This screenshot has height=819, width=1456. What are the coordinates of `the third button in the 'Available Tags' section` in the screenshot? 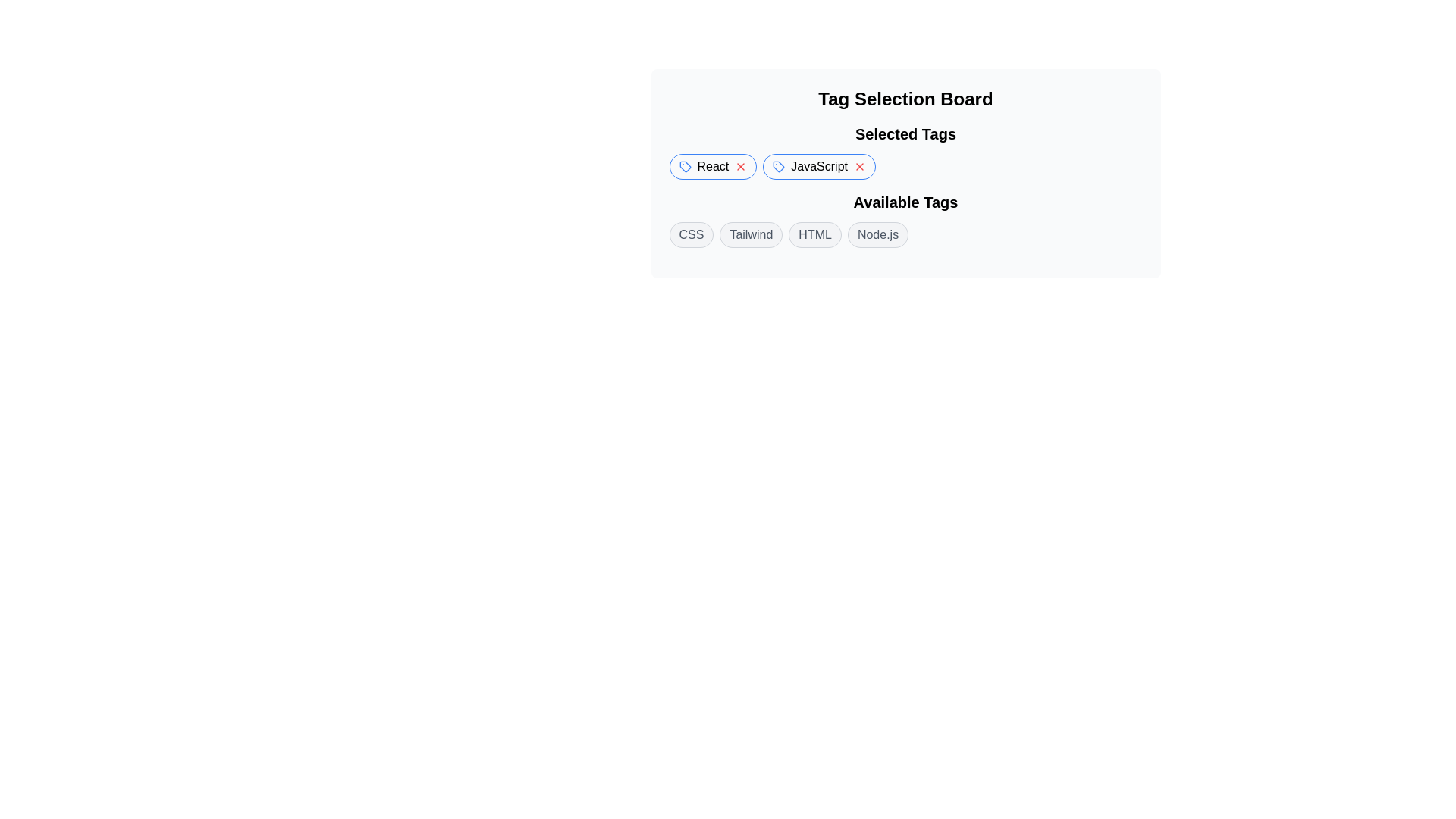 It's located at (814, 234).